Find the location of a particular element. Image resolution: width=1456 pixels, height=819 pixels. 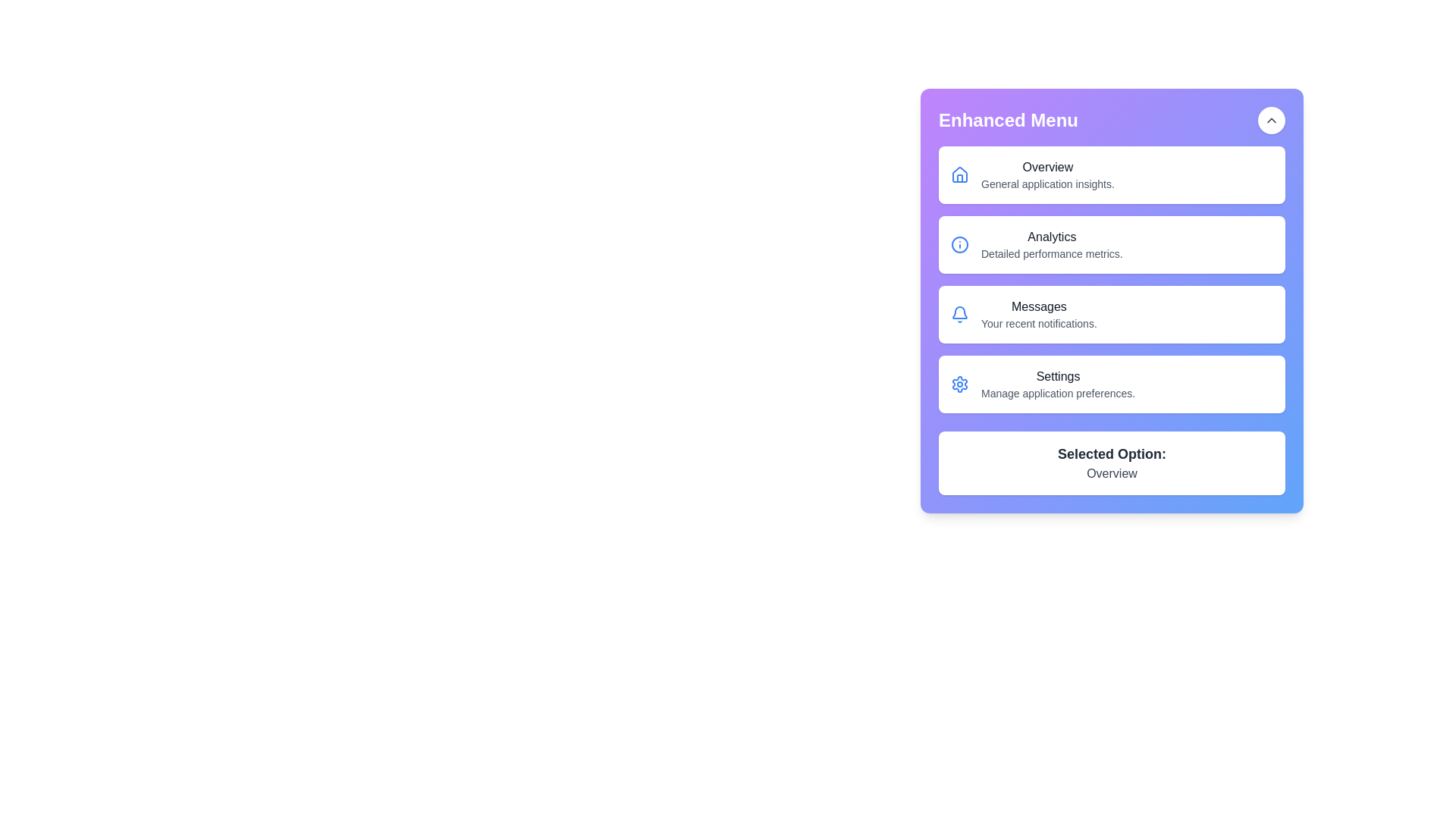

the Text Label providing additional descriptive information about the 'Analytics' menu option in the sidebar by moving the cursor to its center point is located at coordinates (1051, 253).